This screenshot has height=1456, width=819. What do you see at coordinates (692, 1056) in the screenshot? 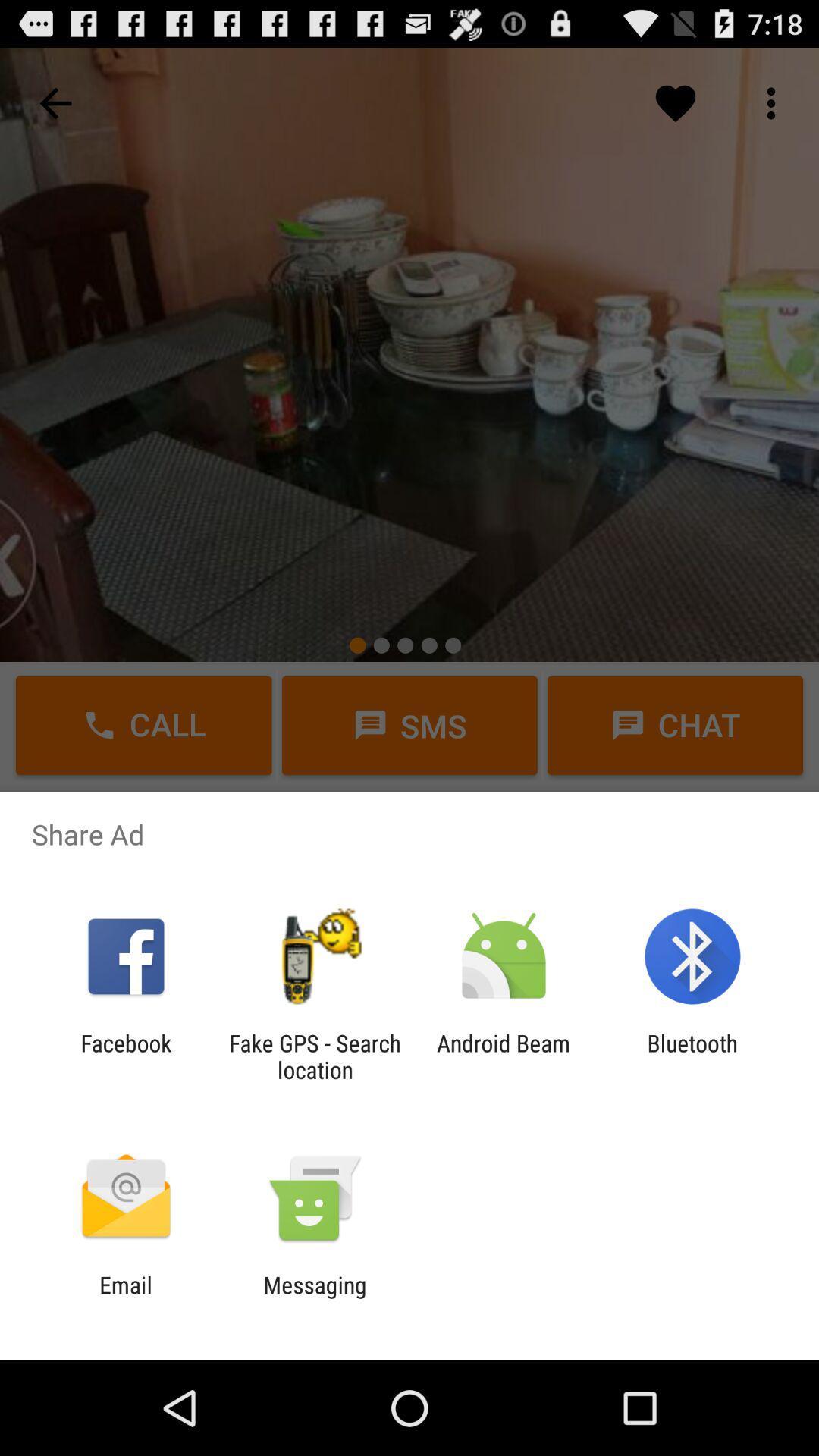
I see `the app at the bottom right corner` at bounding box center [692, 1056].